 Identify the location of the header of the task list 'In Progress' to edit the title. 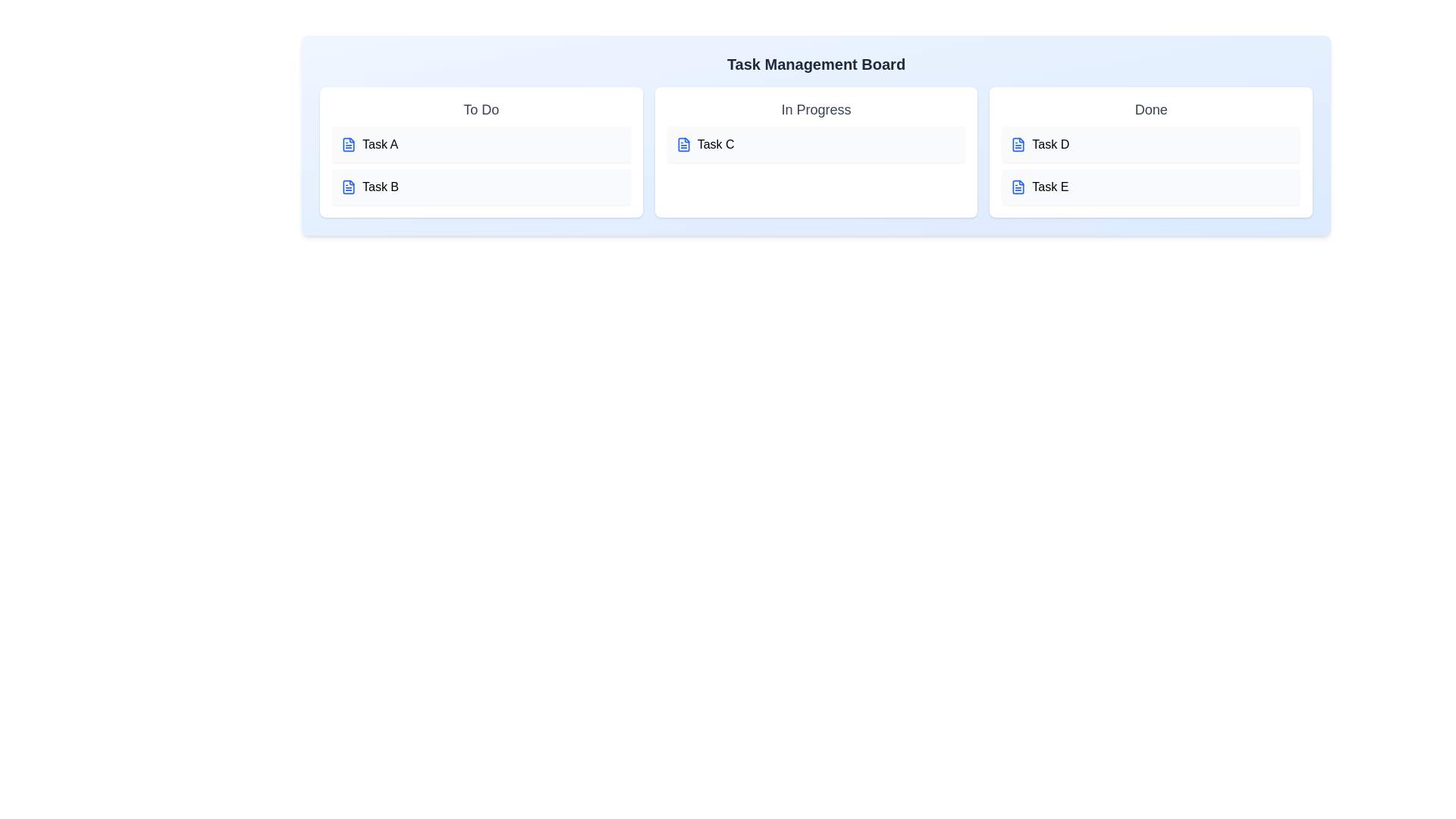
(815, 109).